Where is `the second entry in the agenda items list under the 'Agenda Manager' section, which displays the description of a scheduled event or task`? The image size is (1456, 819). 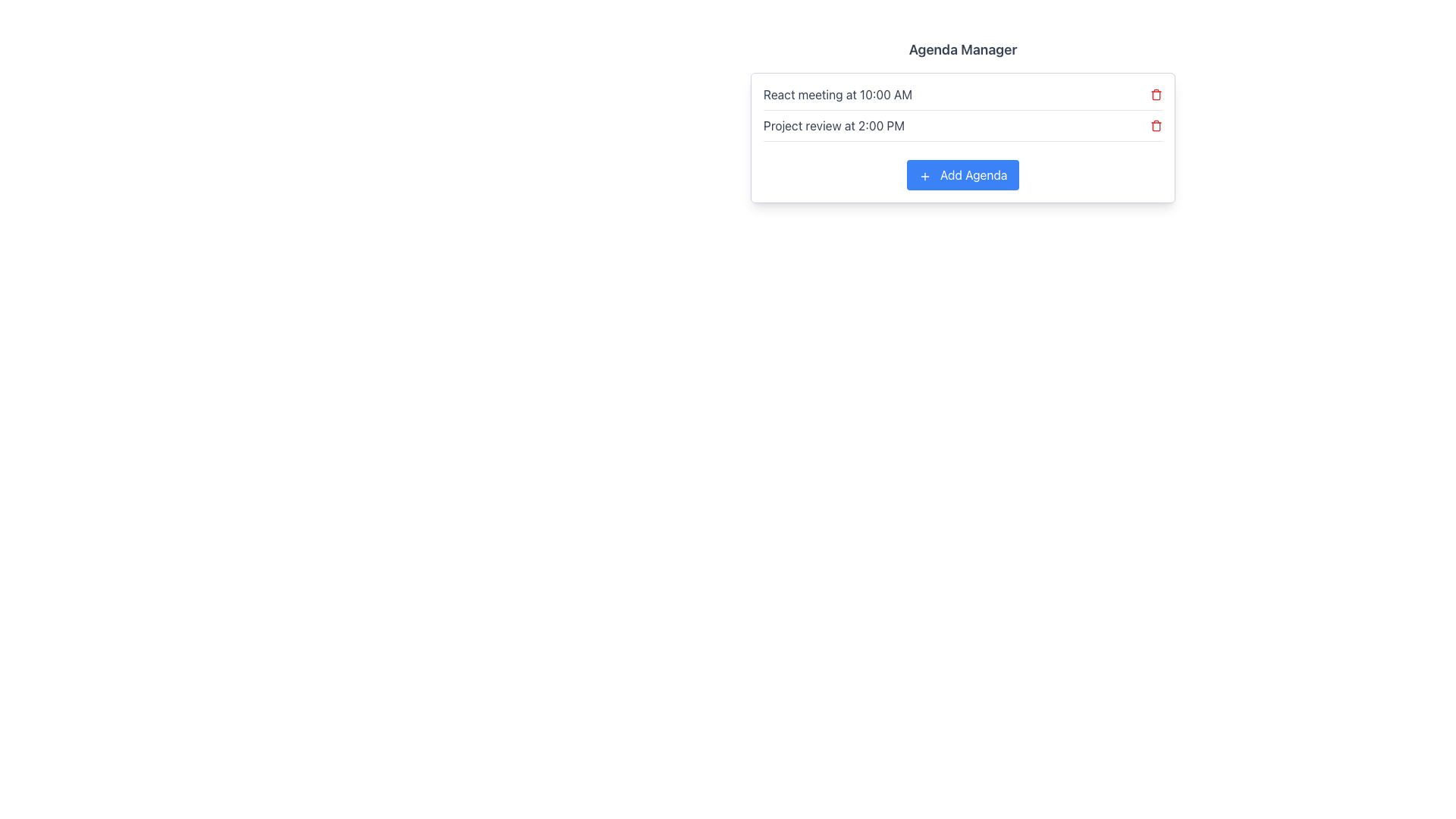 the second entry in the agenda items list under the 'Agenda Manager' section, which displays the description of a scheduled event or task is located at coordinates (962, 128).